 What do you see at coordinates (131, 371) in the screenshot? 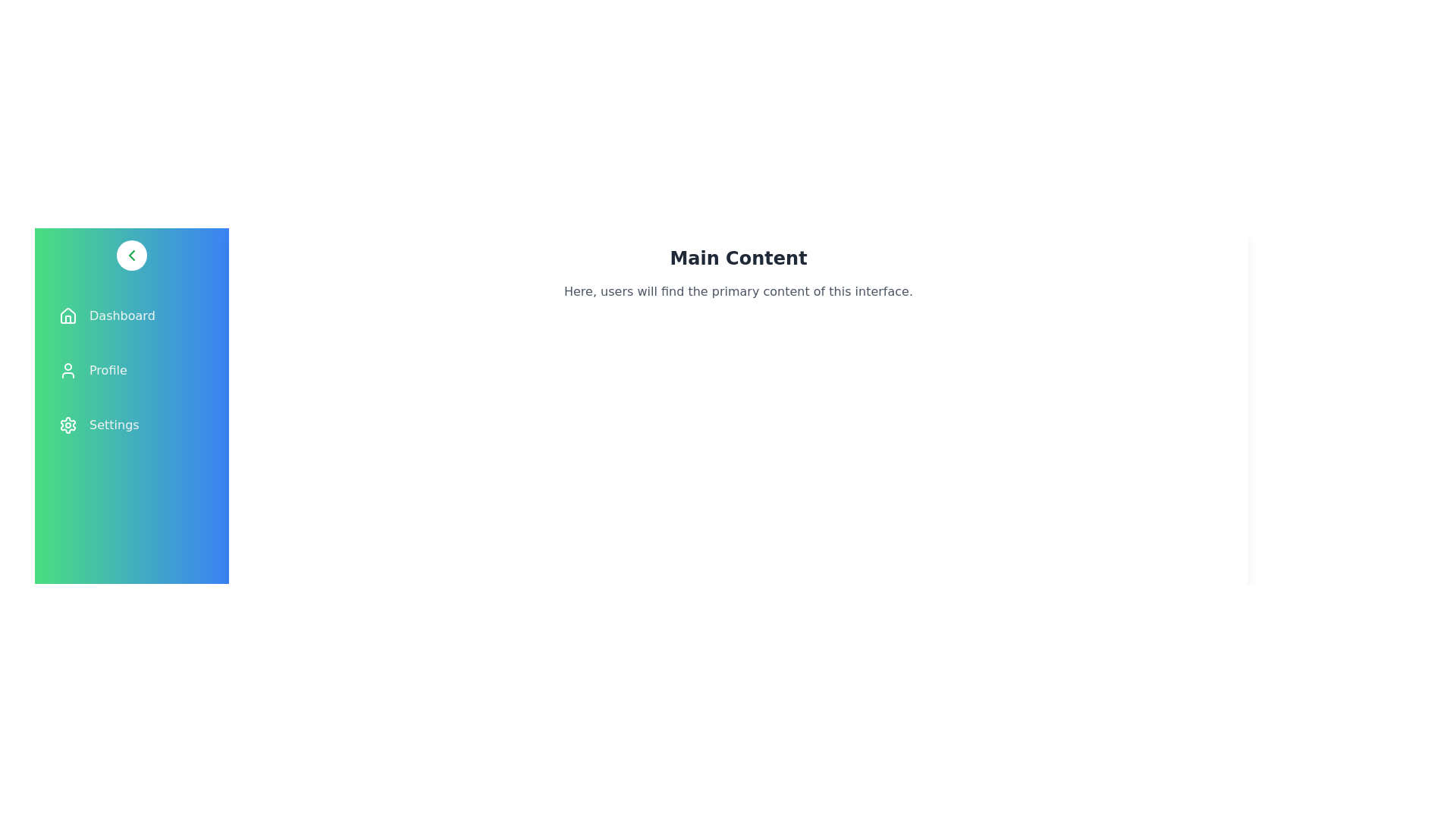
I see `the menu item Profile to observe the hover effect` at bounding box center [131, 371].